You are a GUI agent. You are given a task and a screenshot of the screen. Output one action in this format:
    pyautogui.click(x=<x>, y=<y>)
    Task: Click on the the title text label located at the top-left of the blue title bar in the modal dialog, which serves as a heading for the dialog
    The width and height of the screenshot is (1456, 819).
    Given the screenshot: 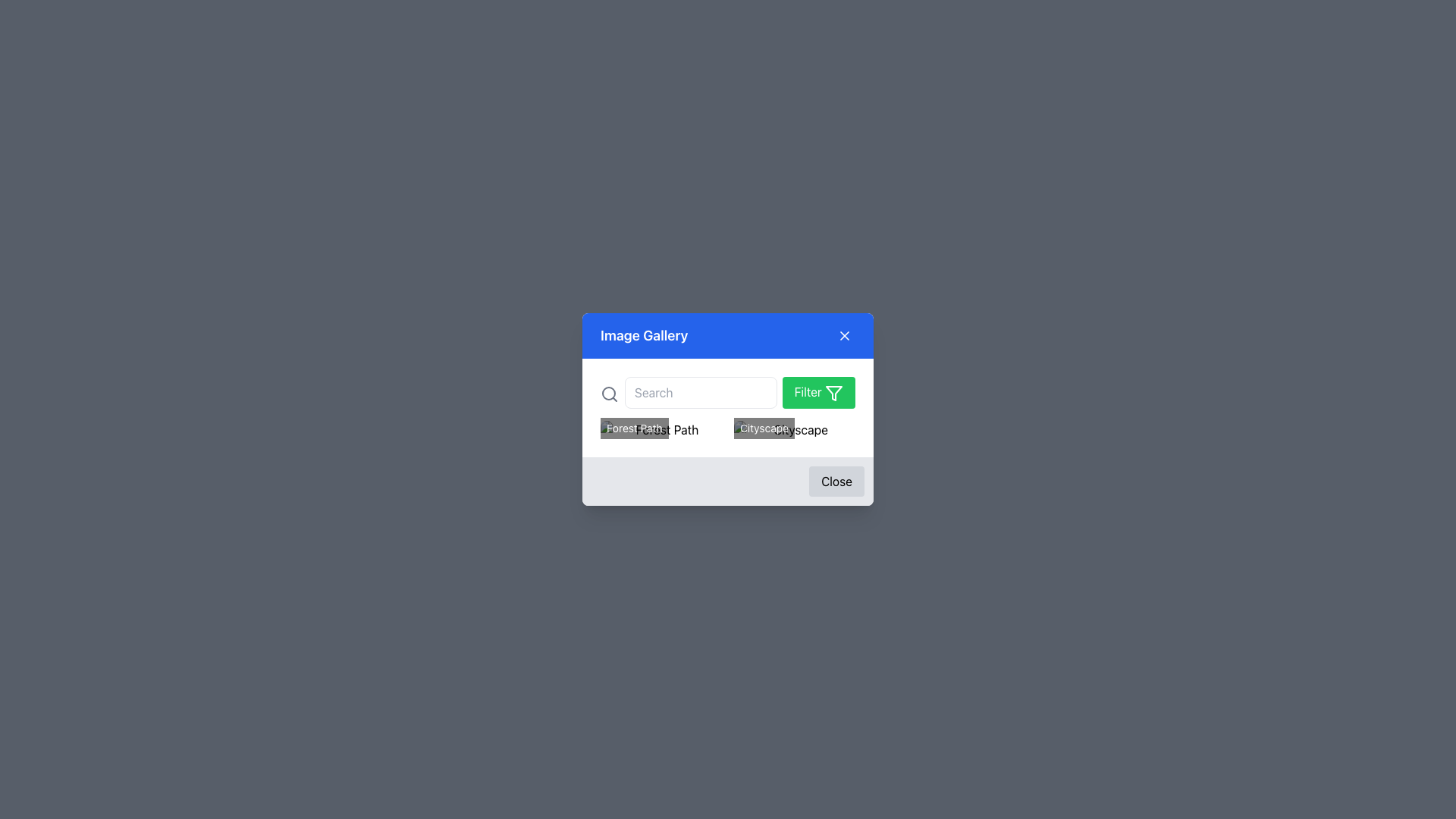 What is the action you would take?
    pyautogui.click(x=644, y=335)
    